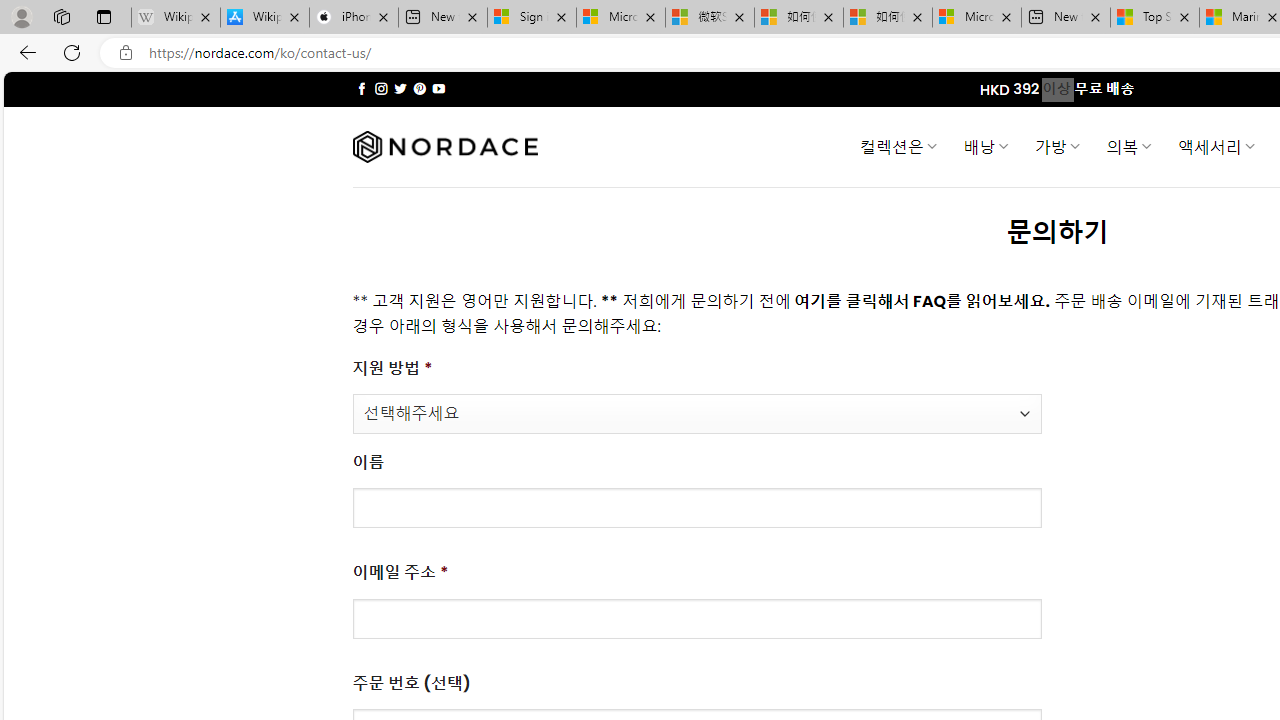  What do you see at coordinates (418, 88) in the screenshot?
I see `'Follow on Pinterest'` at bounding box center [418, 88].